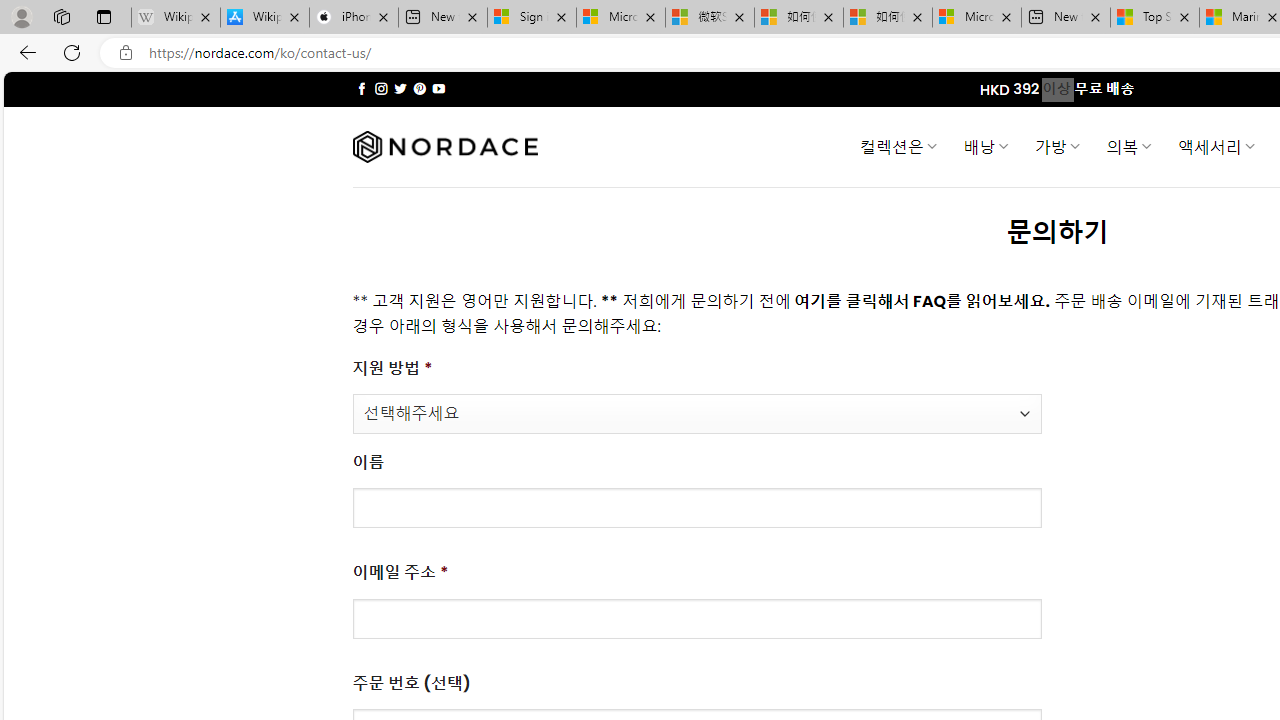  What do you see at coordinates (418, 88) in the screenshot?
I see `'Follow on Pinterest'` at bounding box center [418, 88].